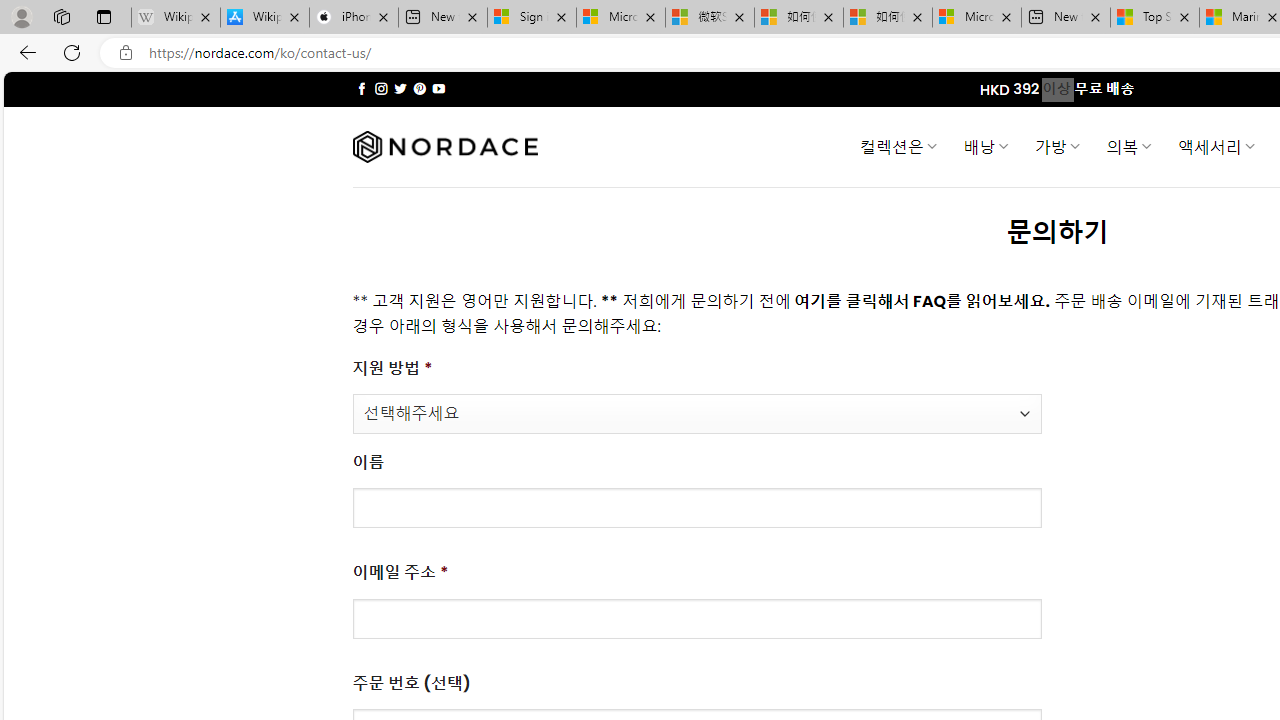  What do you see at coordinates (418, 88) in the screenshot?
I see `'Follow on Pinterest'` at bounding box center [418, 88].